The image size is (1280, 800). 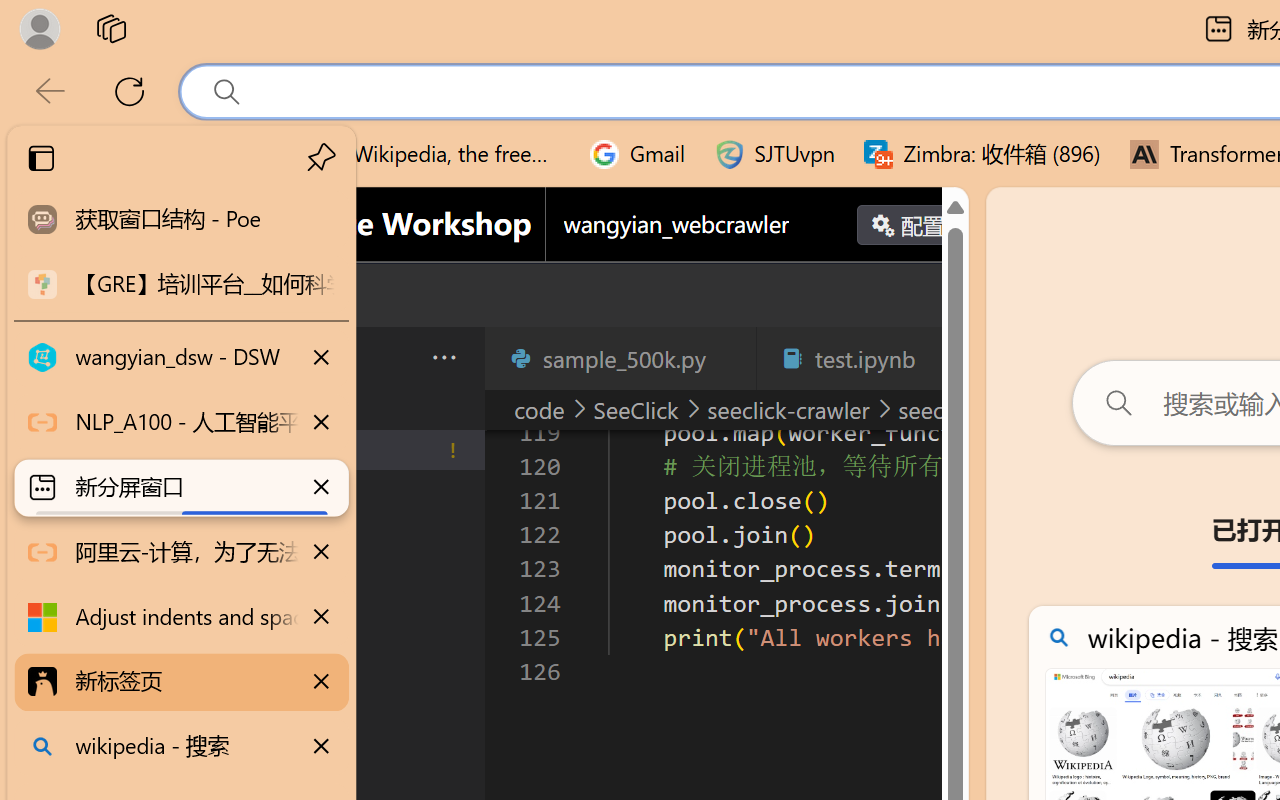 I want to click on 'SJTUvpn', so click(x=773, y=154).